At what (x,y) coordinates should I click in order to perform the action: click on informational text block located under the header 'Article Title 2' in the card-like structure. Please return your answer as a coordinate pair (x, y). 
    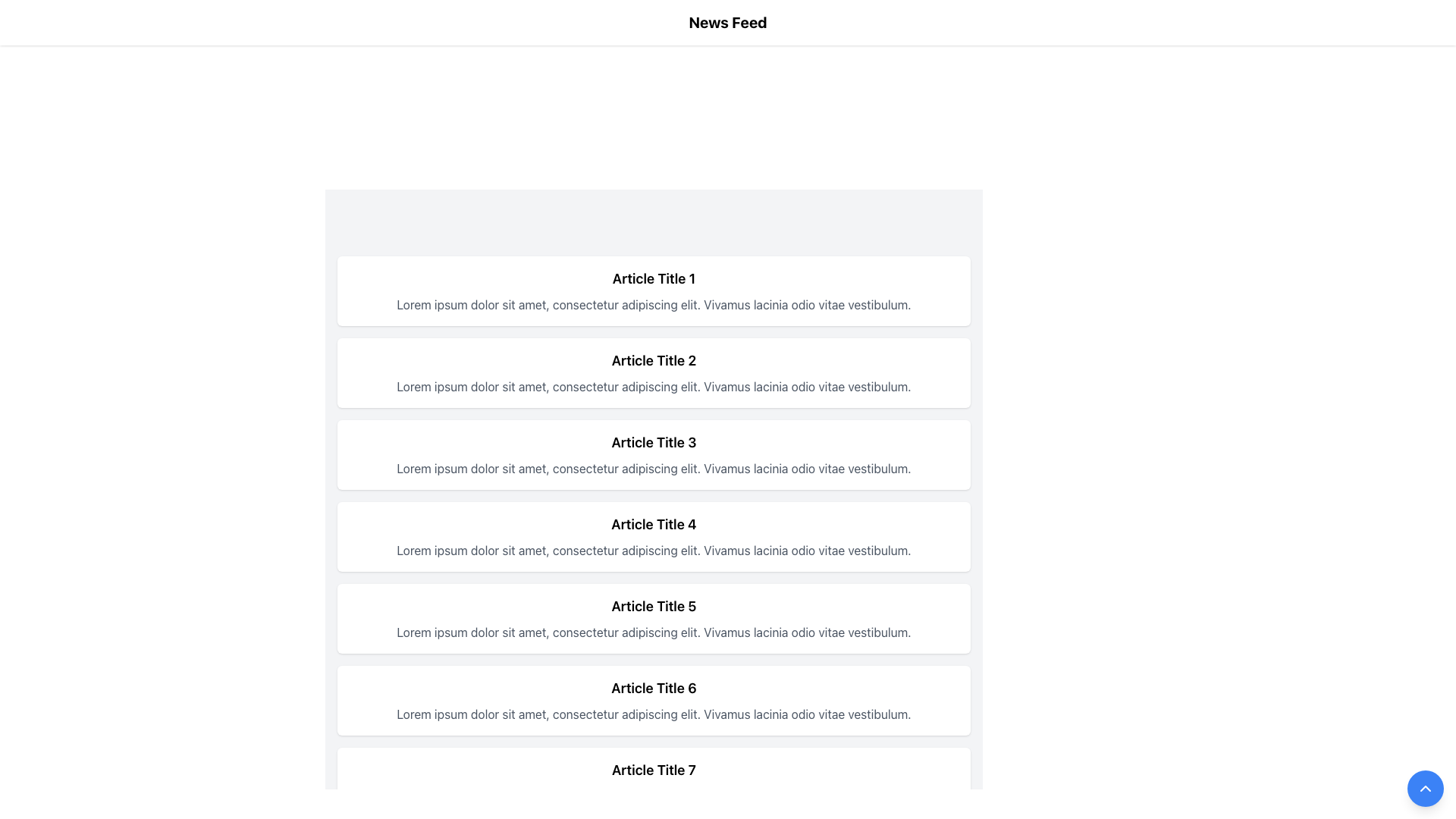
    Looking at the image, I should click on (654, 385).